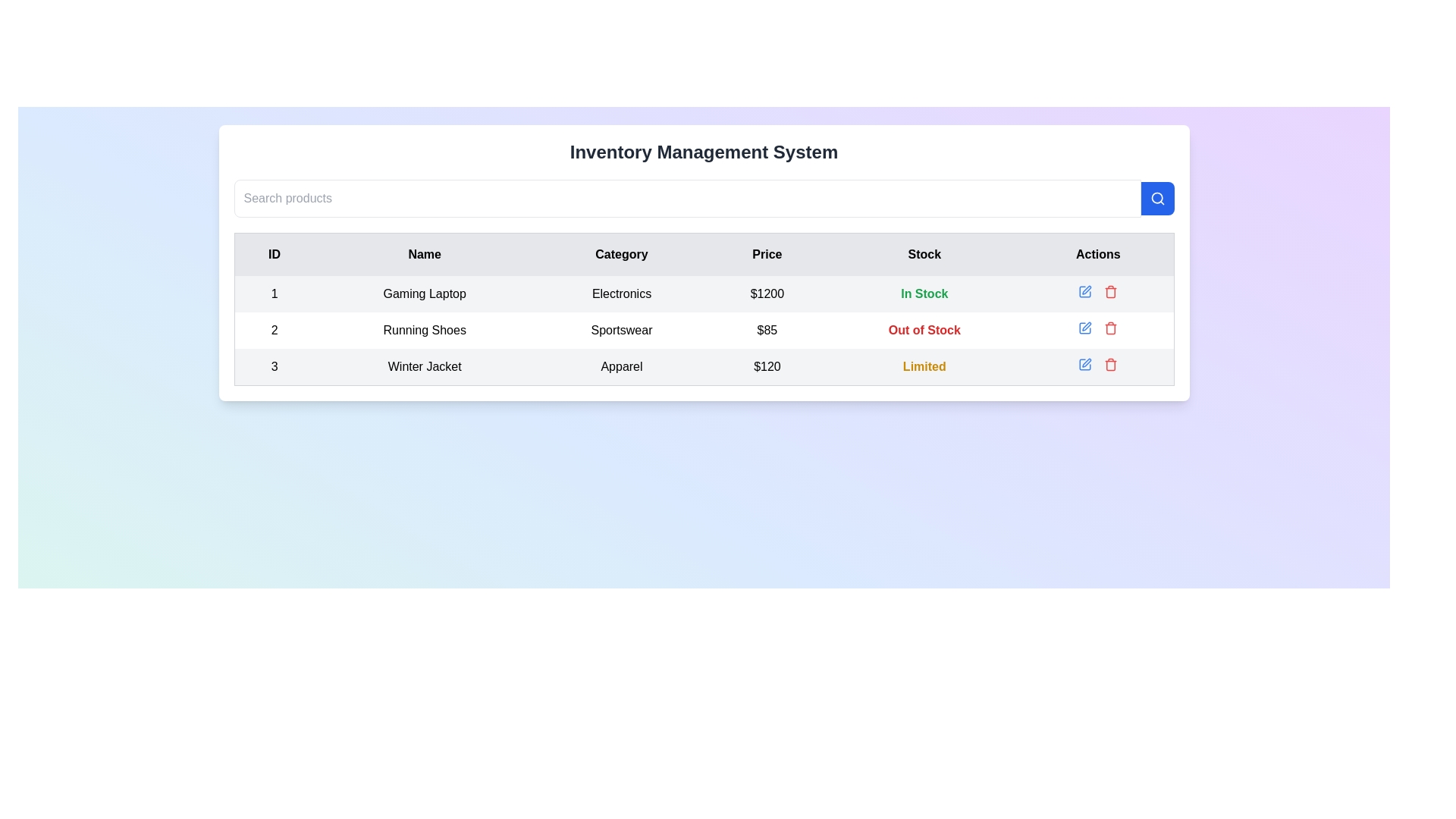 Image resolution: width=1456 pixels, height=819 pixels. Describe the element at coordinates (1156, 197) in the screenshot. I see `graphical SVG element representing the search icon located in the top-right corner of the search bar interface for debugging purposes` at that location.